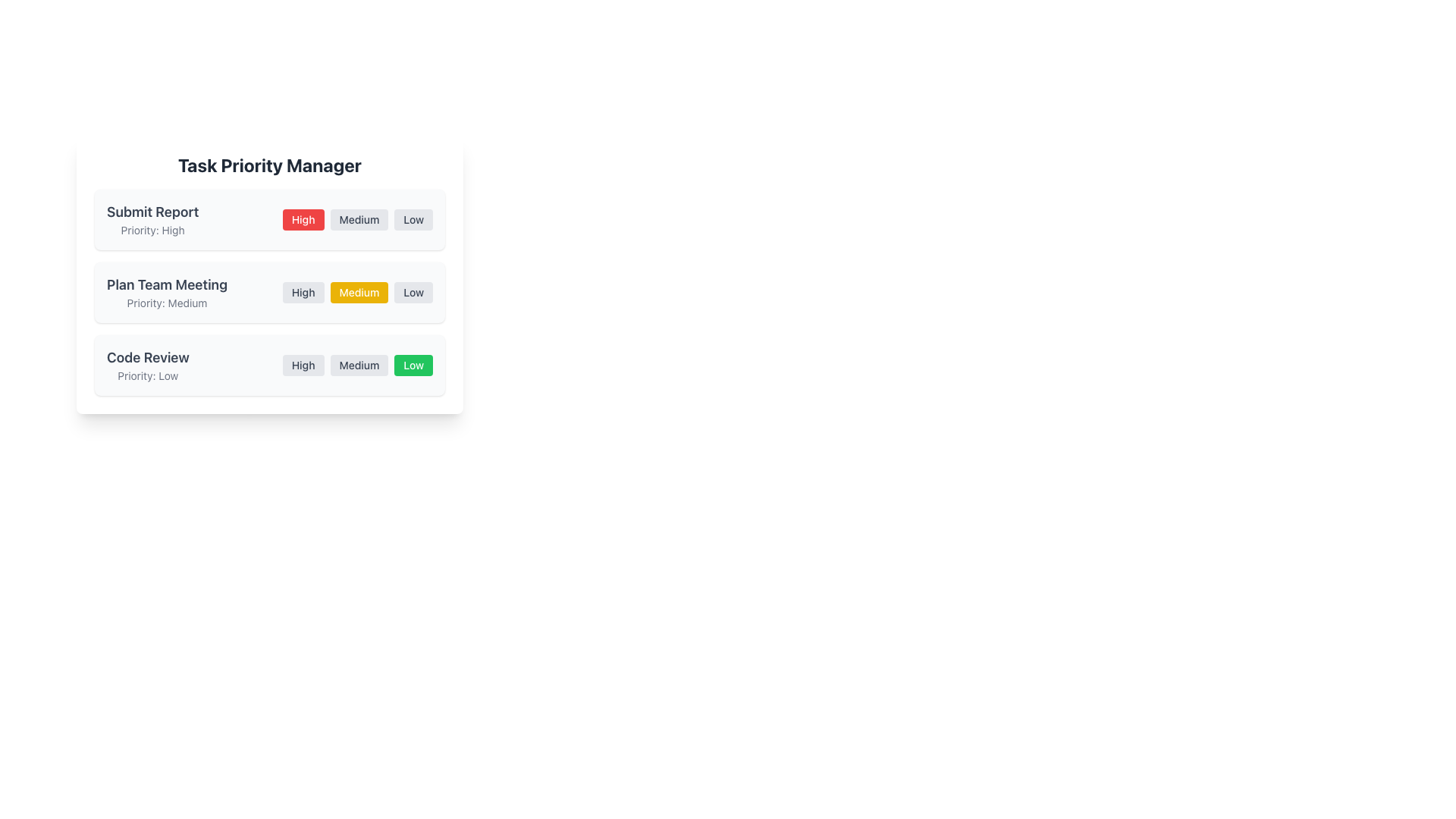 The image size is (1456, 819). What do you see at coordinates (303, 366) in the screenshot?
I see `the 'High' priority button, which is a rectangular button with rounded corners located in the 'Code Review' section of the 'Task Priority Manager' interface` at bounding box center [303, 366].